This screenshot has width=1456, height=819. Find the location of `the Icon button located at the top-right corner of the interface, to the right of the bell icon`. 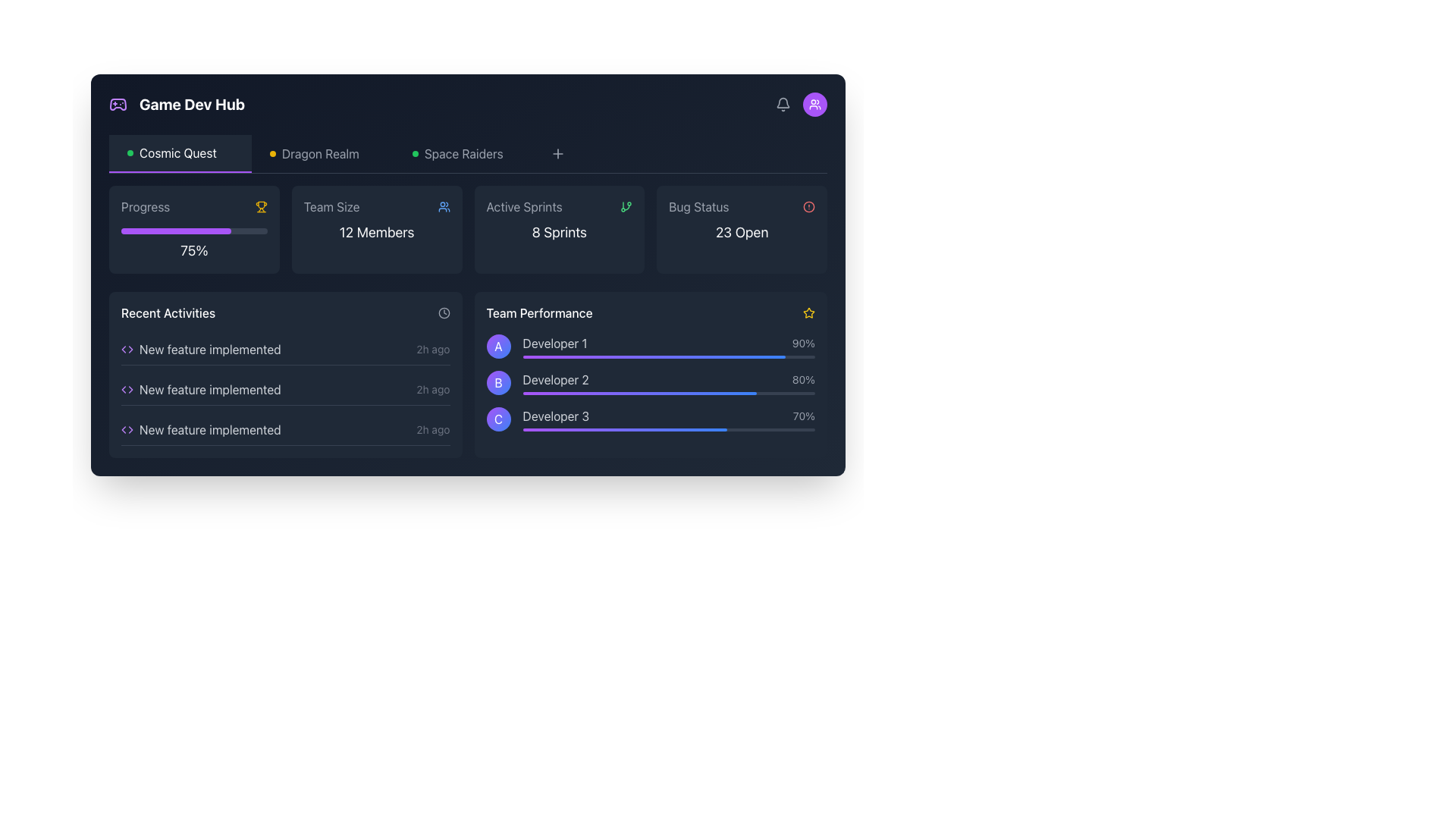

the Icon button located at the top-right corner of the interface, to the right of the bell icon is located at coordinates (814, 104).